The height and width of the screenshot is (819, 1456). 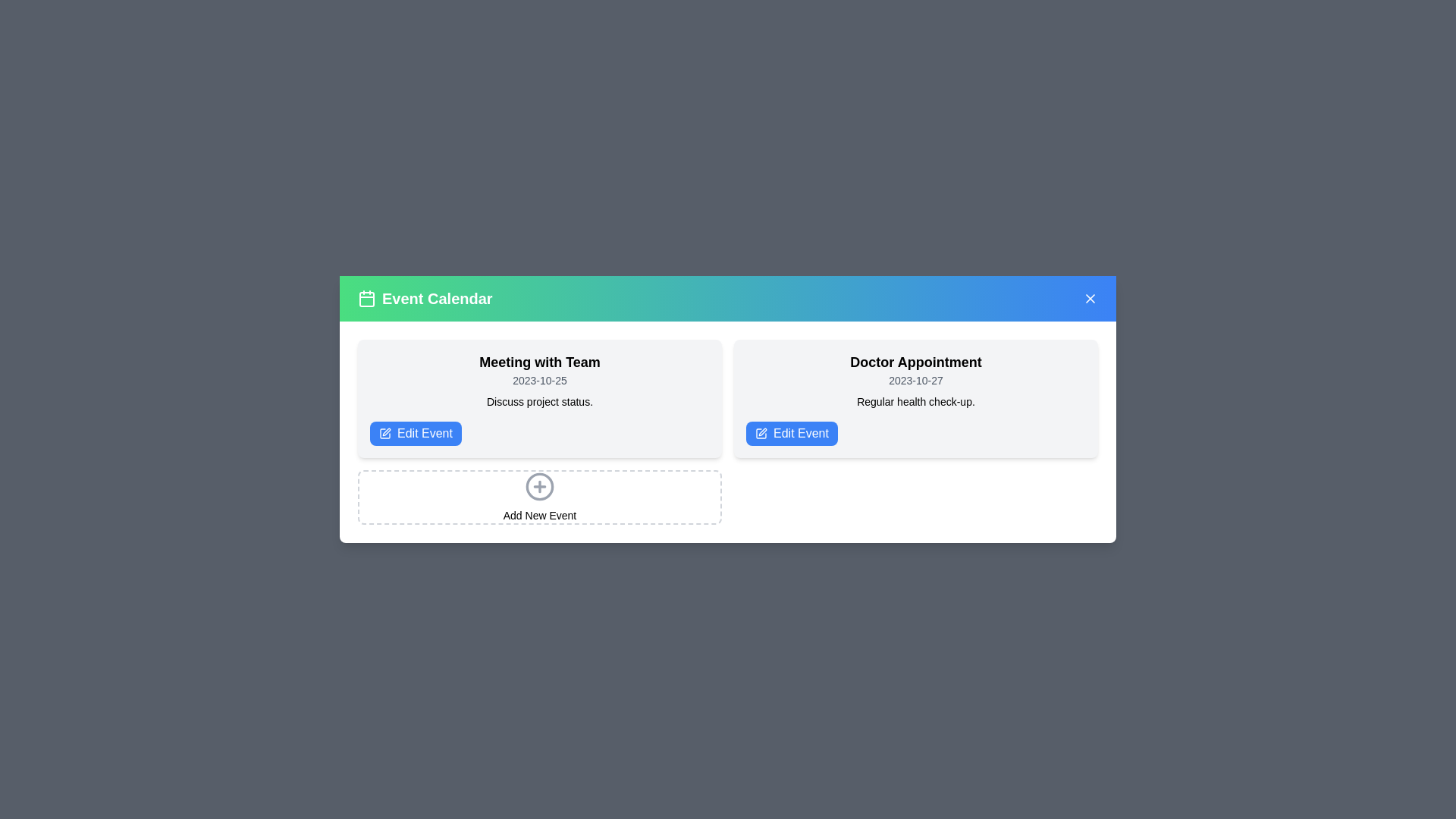 I want to click on the close button (X) located at the top-right corner of the dialog, so click(x=1090, y=298).